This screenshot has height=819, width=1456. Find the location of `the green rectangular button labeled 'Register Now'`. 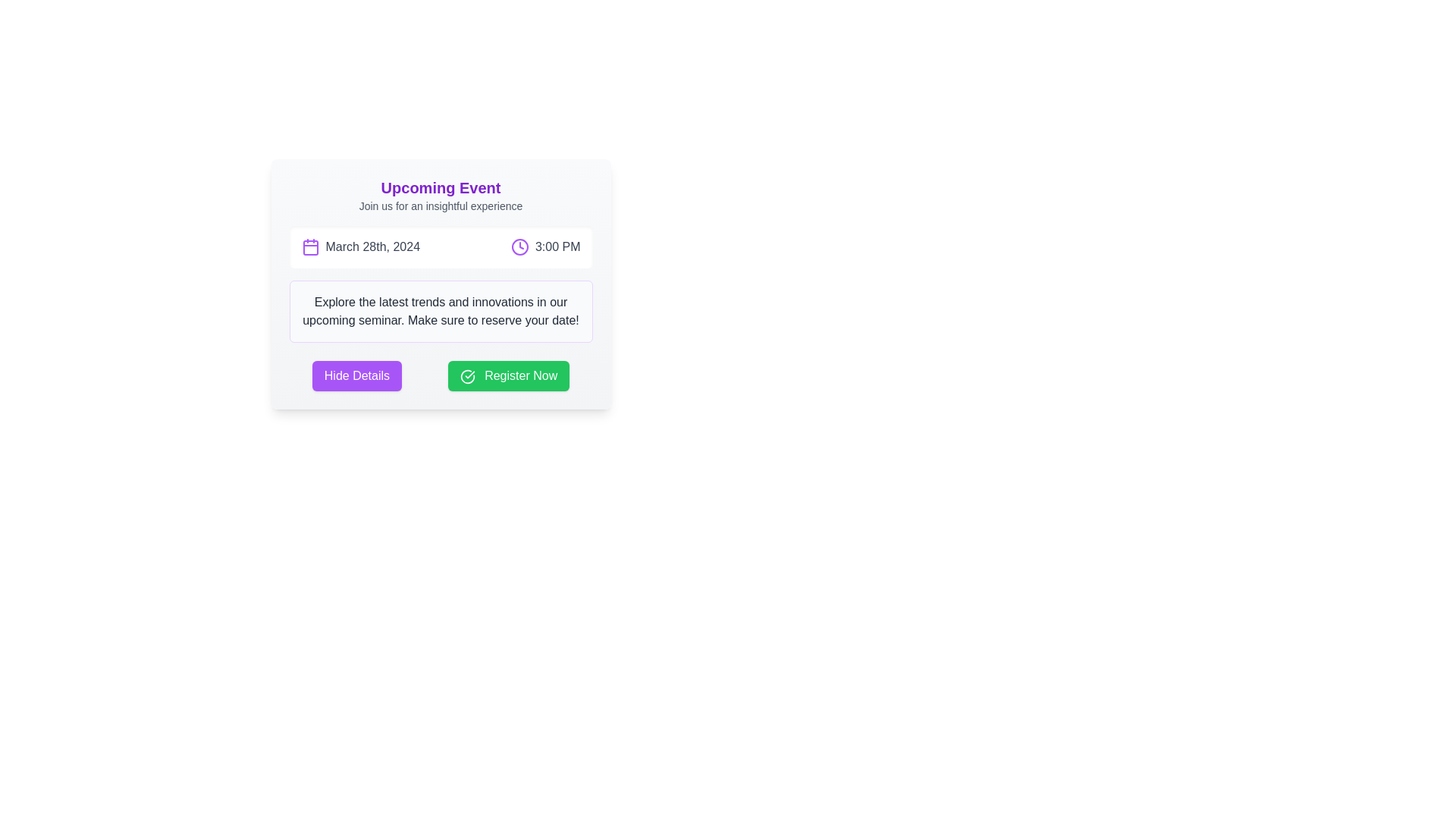

the green rectangular button labeled 'Register Now' is located at coordinates (509, 375).